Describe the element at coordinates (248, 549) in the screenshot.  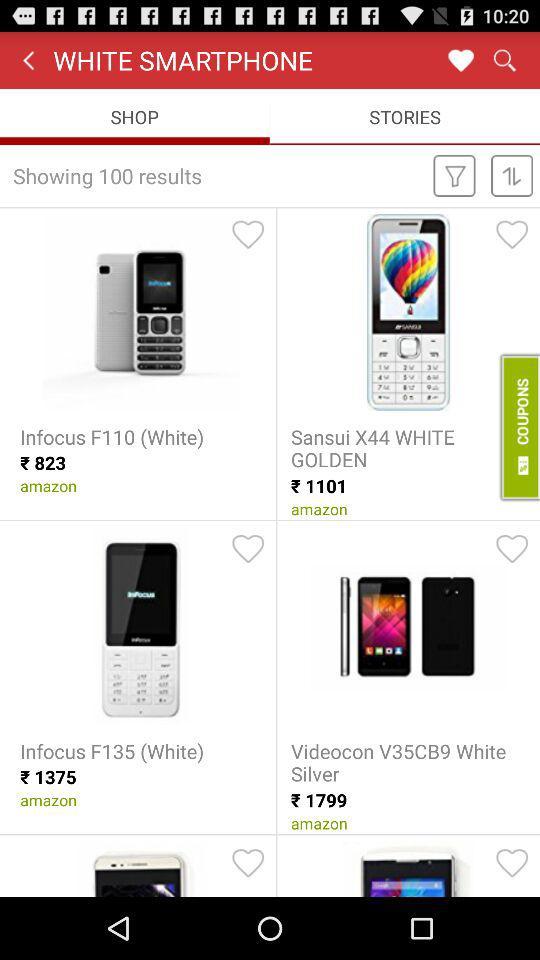
I see `you enjoy this phone` at that location.